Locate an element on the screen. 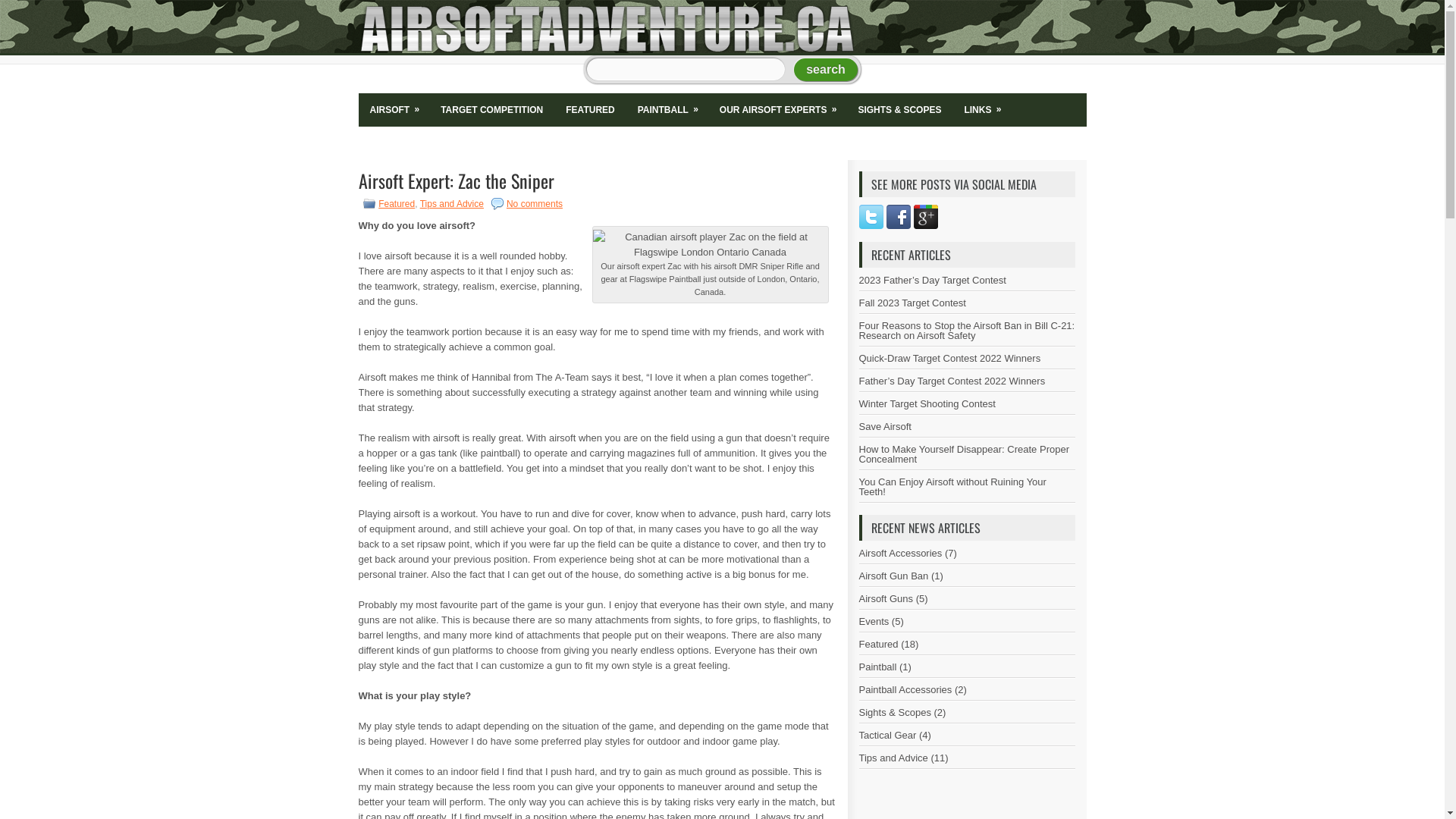 Image resolution: width=1456 pixels, height=819 pixels. 'TARGET COMPETITION' is located at coordinates (491, 109).